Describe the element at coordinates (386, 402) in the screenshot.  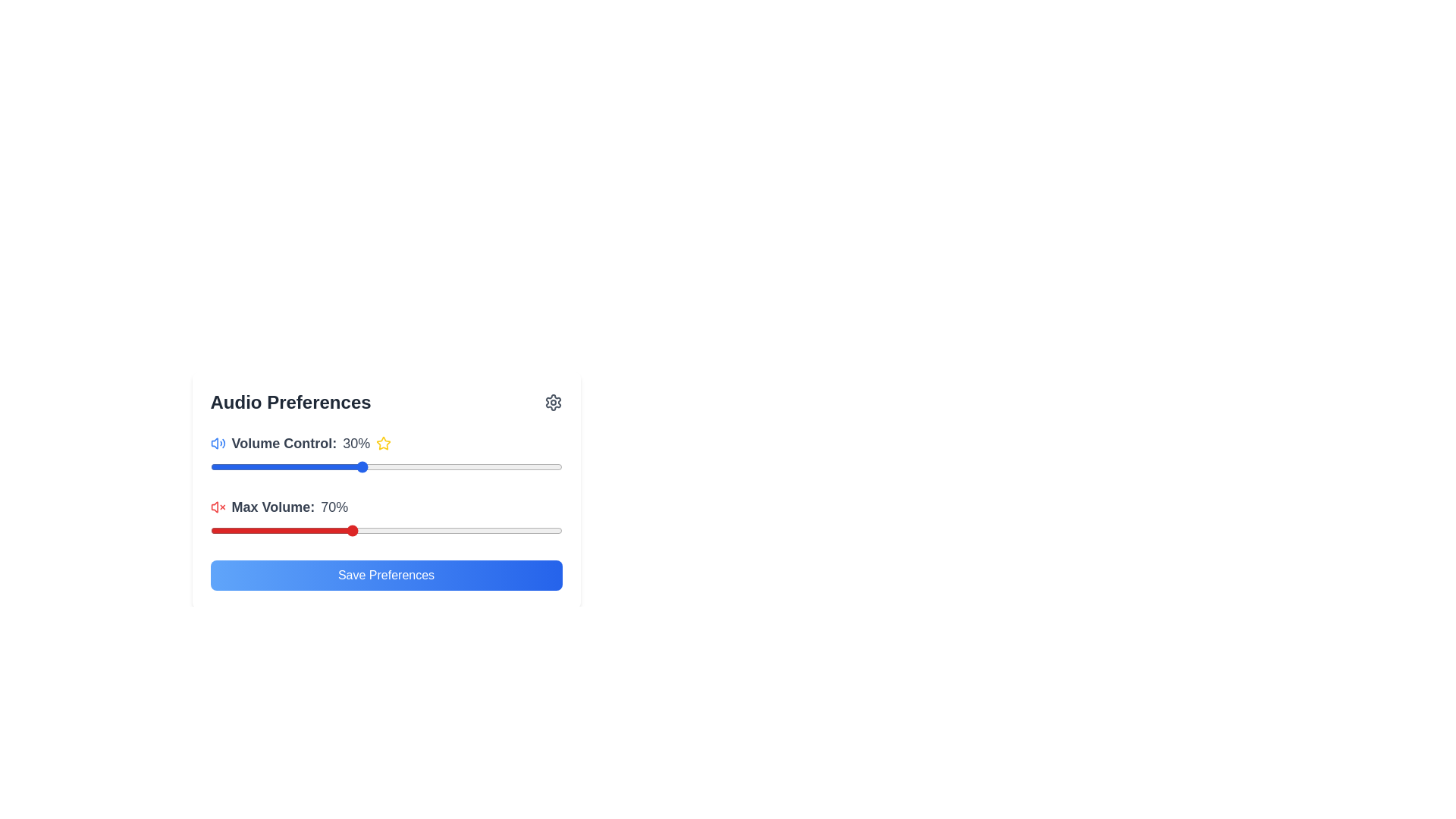
I see `the 'Audio Preferences' title` at that location.